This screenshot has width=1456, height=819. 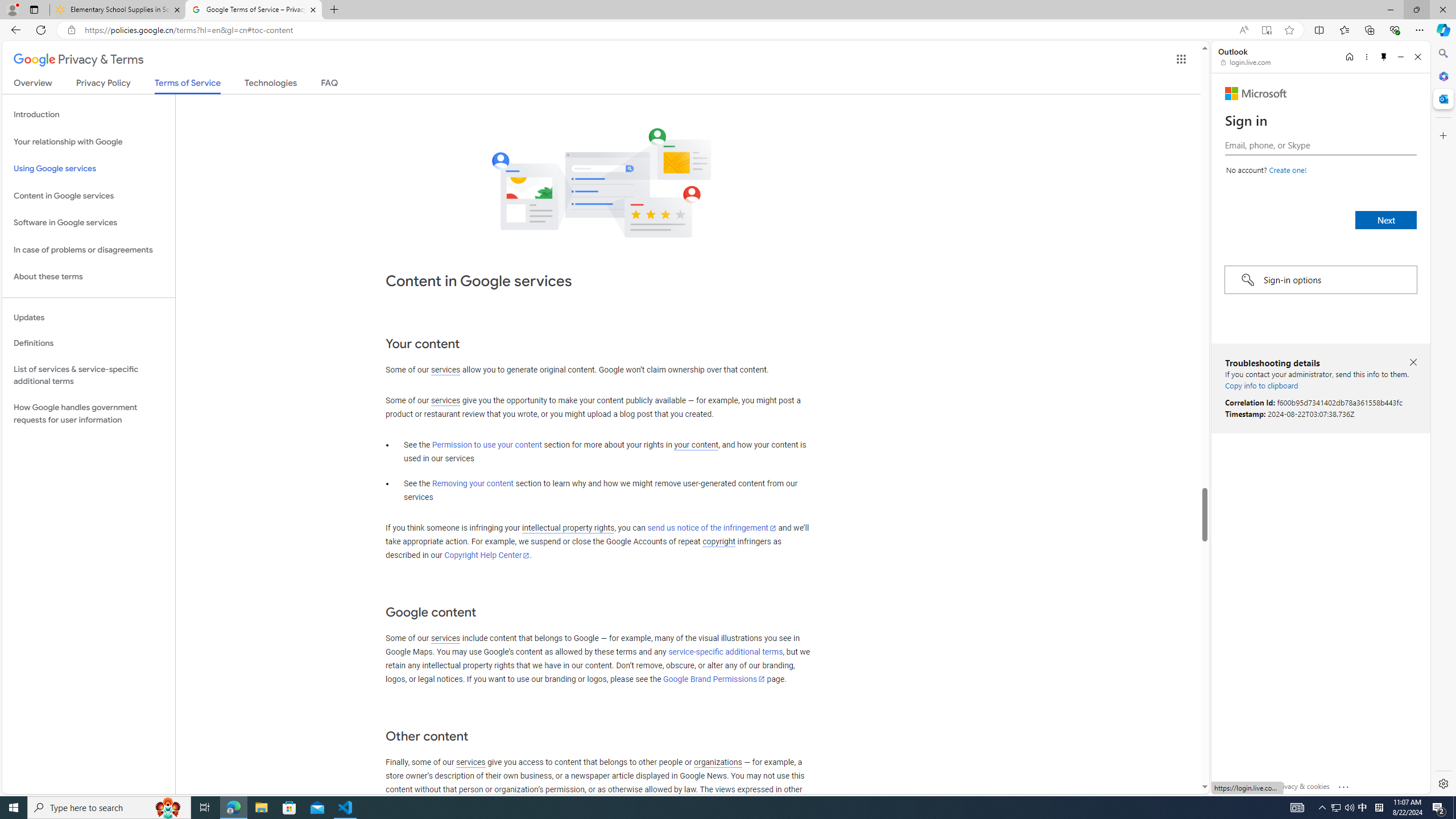 I want to click on 'Enter your email, phone, or Skype.', so click(x=1319, y=144).